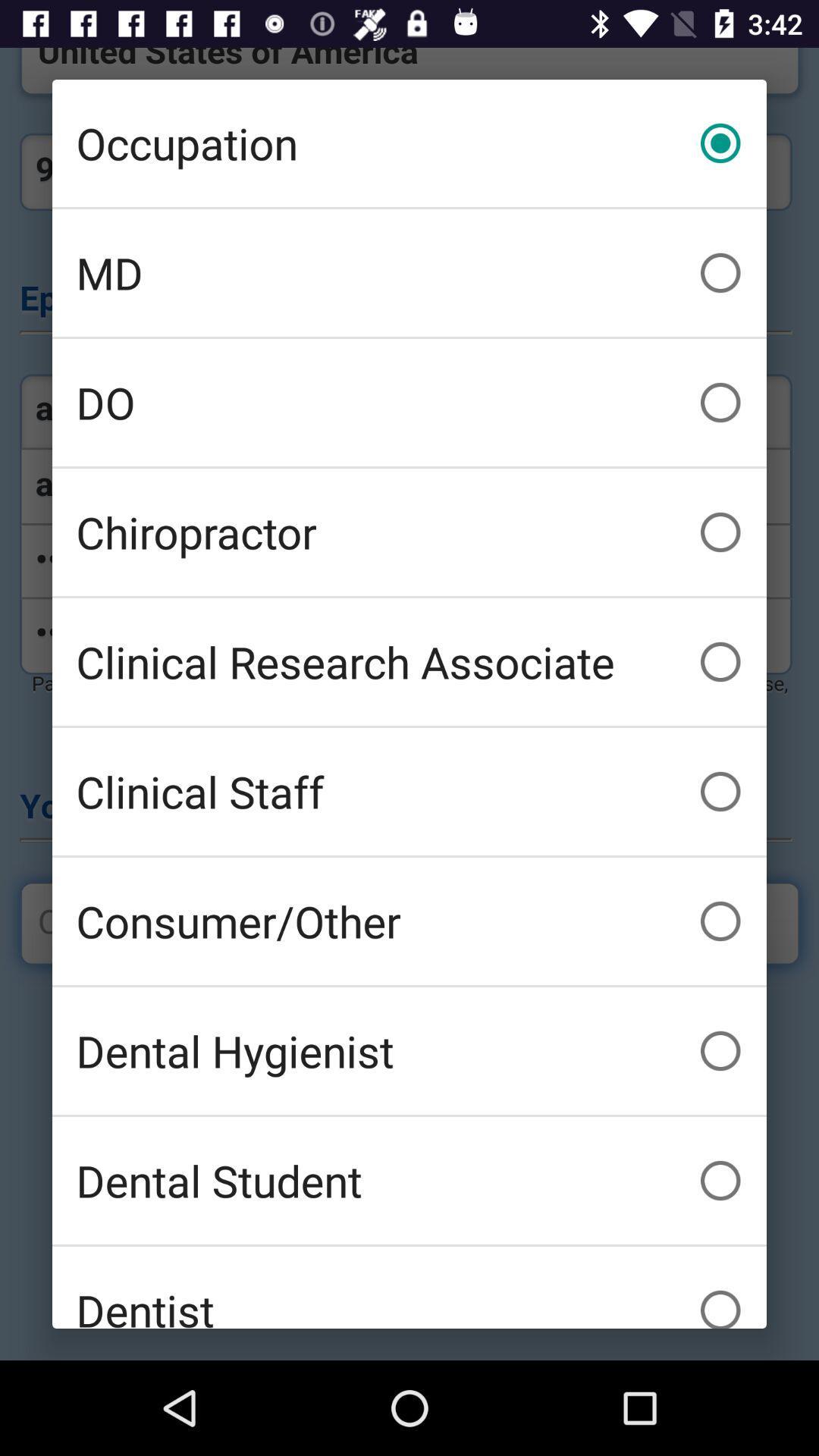 The width and height of the screenshot is (819, 1456). What do you see at coordinates (409, 920) in the screenshot?
I see `the item below clinical staff` at bounding box center [409, 920].